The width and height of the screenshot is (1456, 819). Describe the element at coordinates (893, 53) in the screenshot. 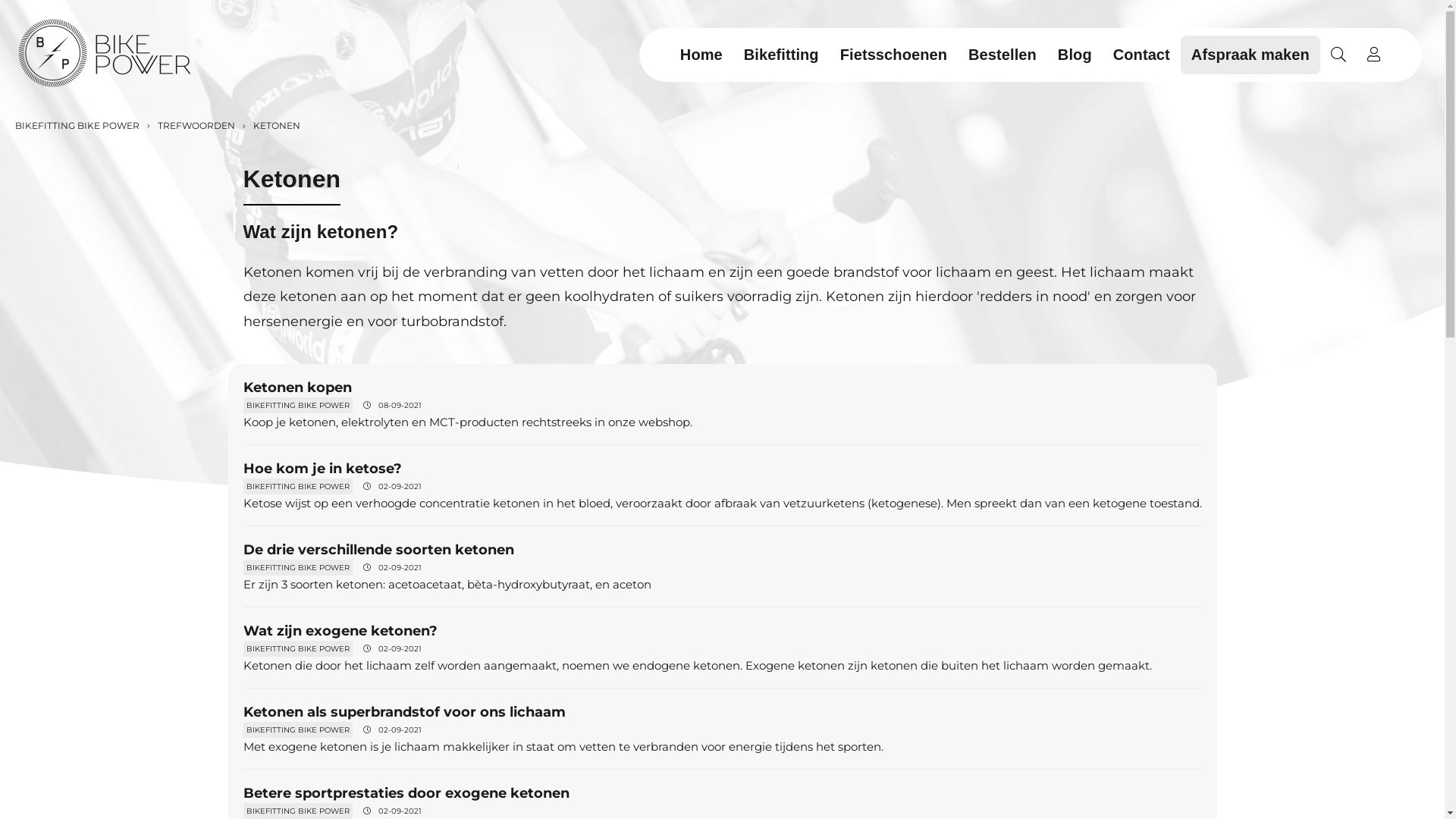

I see `'Fietsschoenen'` at that location.